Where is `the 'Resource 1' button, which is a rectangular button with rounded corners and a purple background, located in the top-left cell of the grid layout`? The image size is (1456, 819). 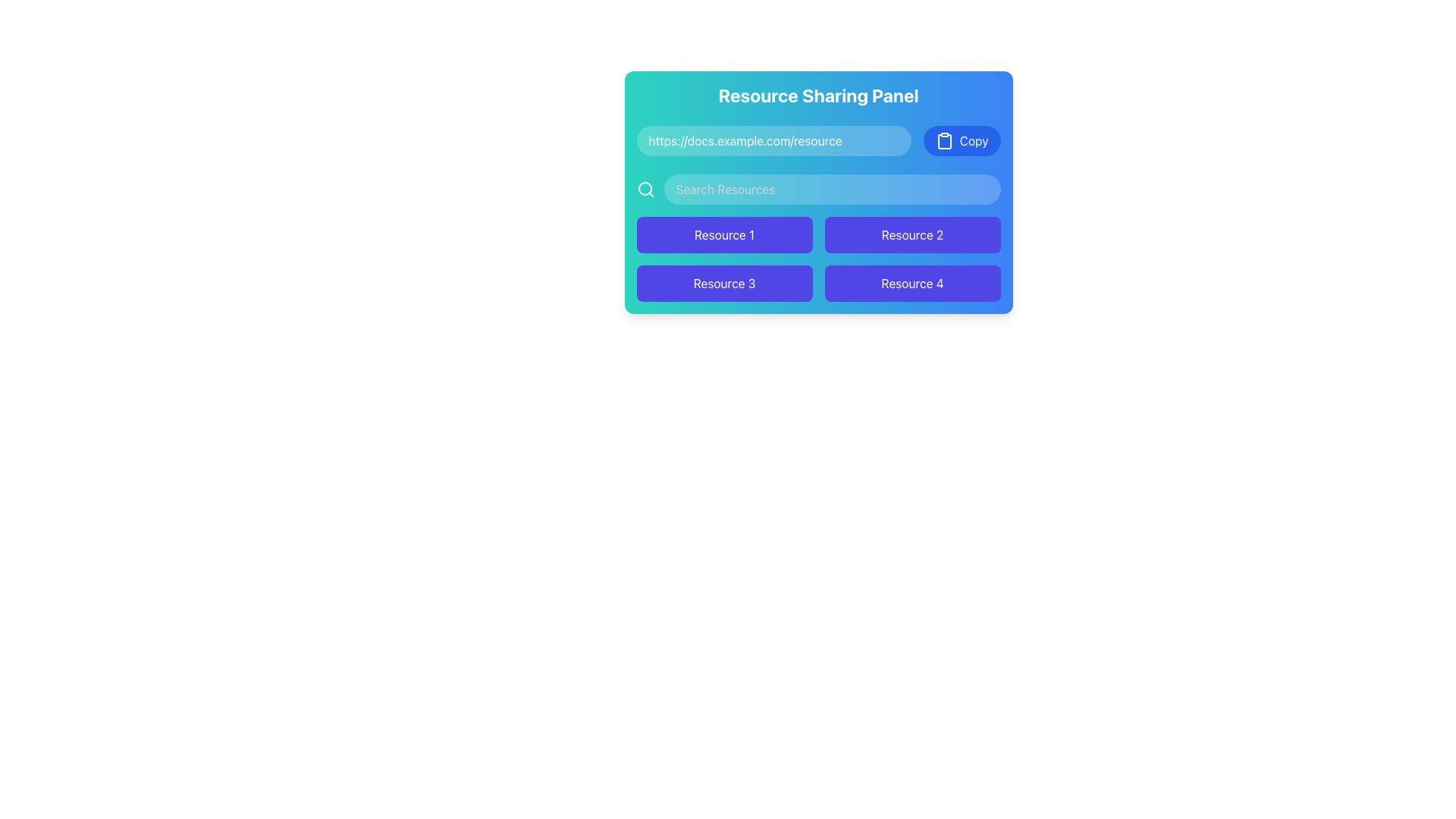 the 'Resource 1' button, which is a rectangular button with rounded corners and a purple background, located in the top-left cell of the grid layout is located at coordinates (723, 234).